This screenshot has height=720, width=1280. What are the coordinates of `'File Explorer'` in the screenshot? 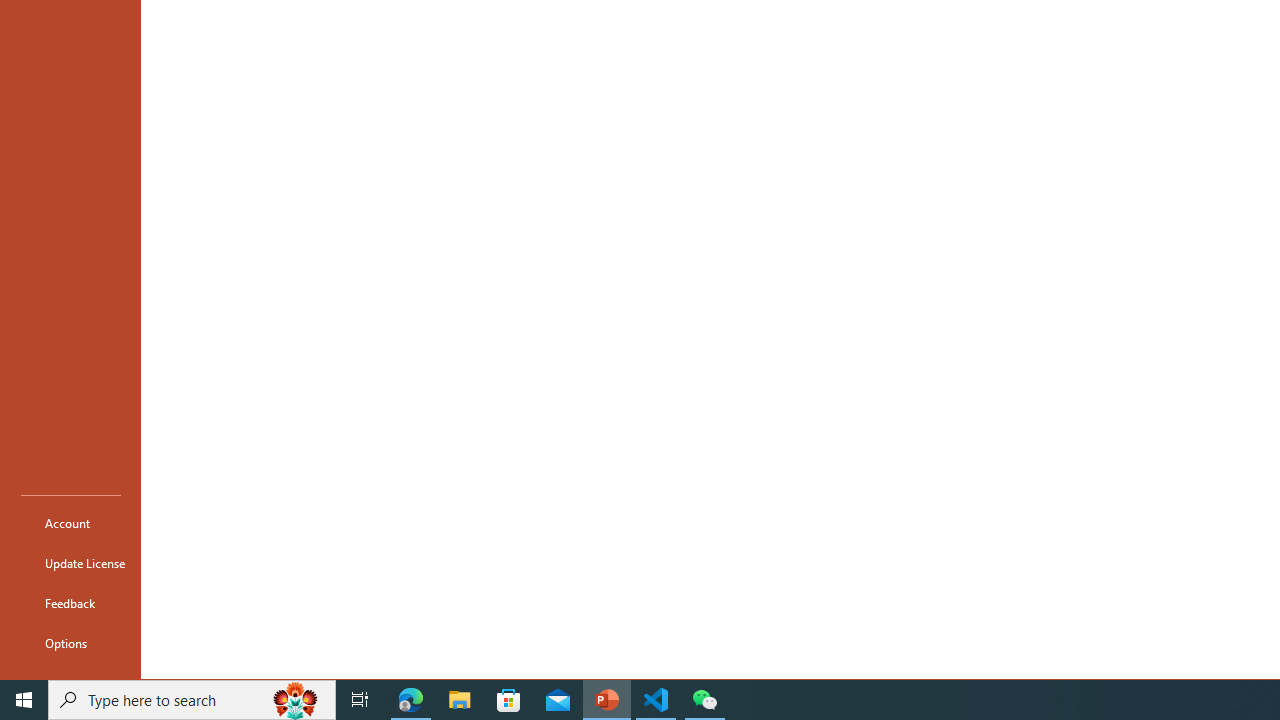 It's located at (459, 698).